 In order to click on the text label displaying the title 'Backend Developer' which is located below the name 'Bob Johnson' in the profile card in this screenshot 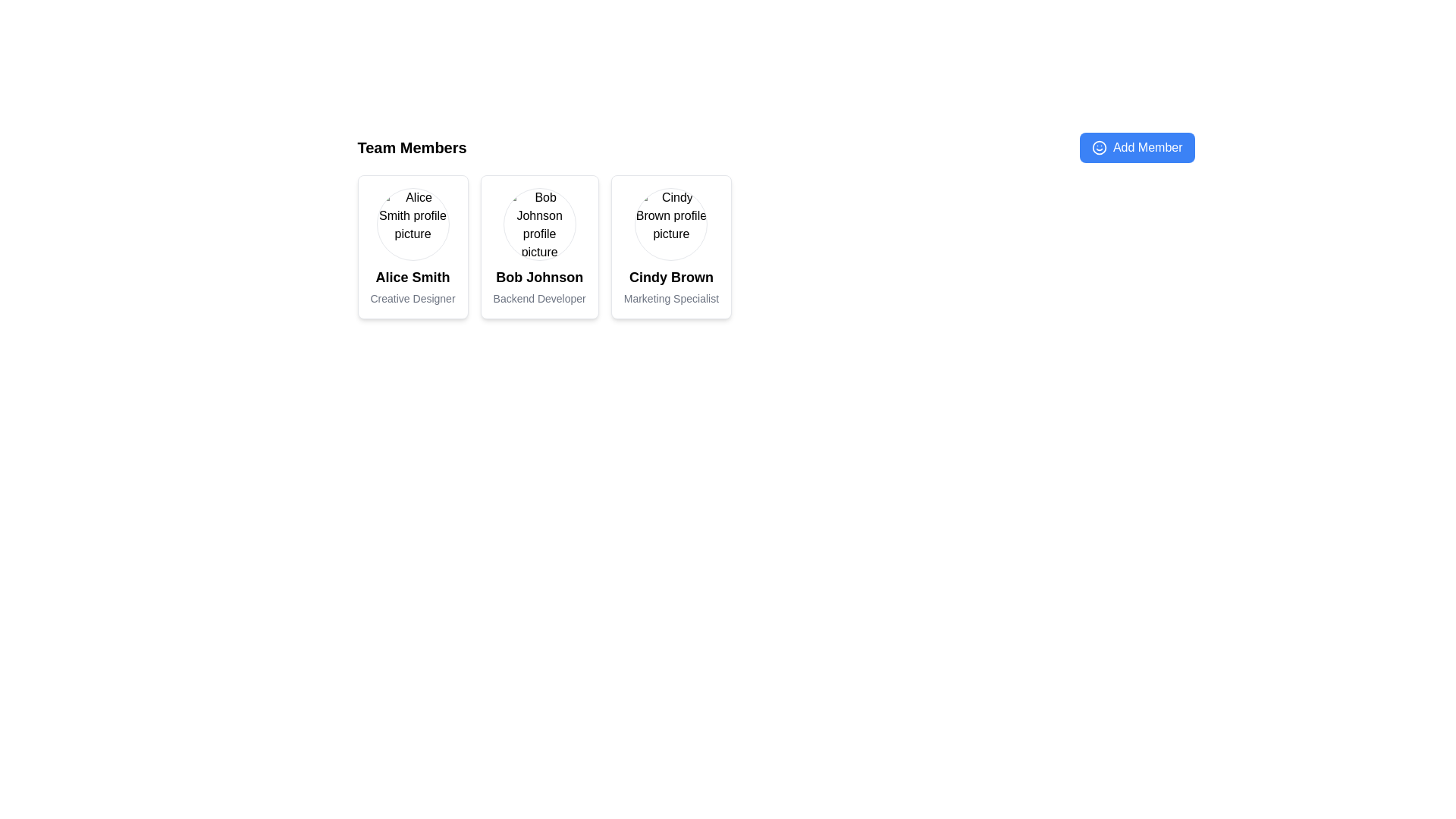, I will do `click(539, 298)`.